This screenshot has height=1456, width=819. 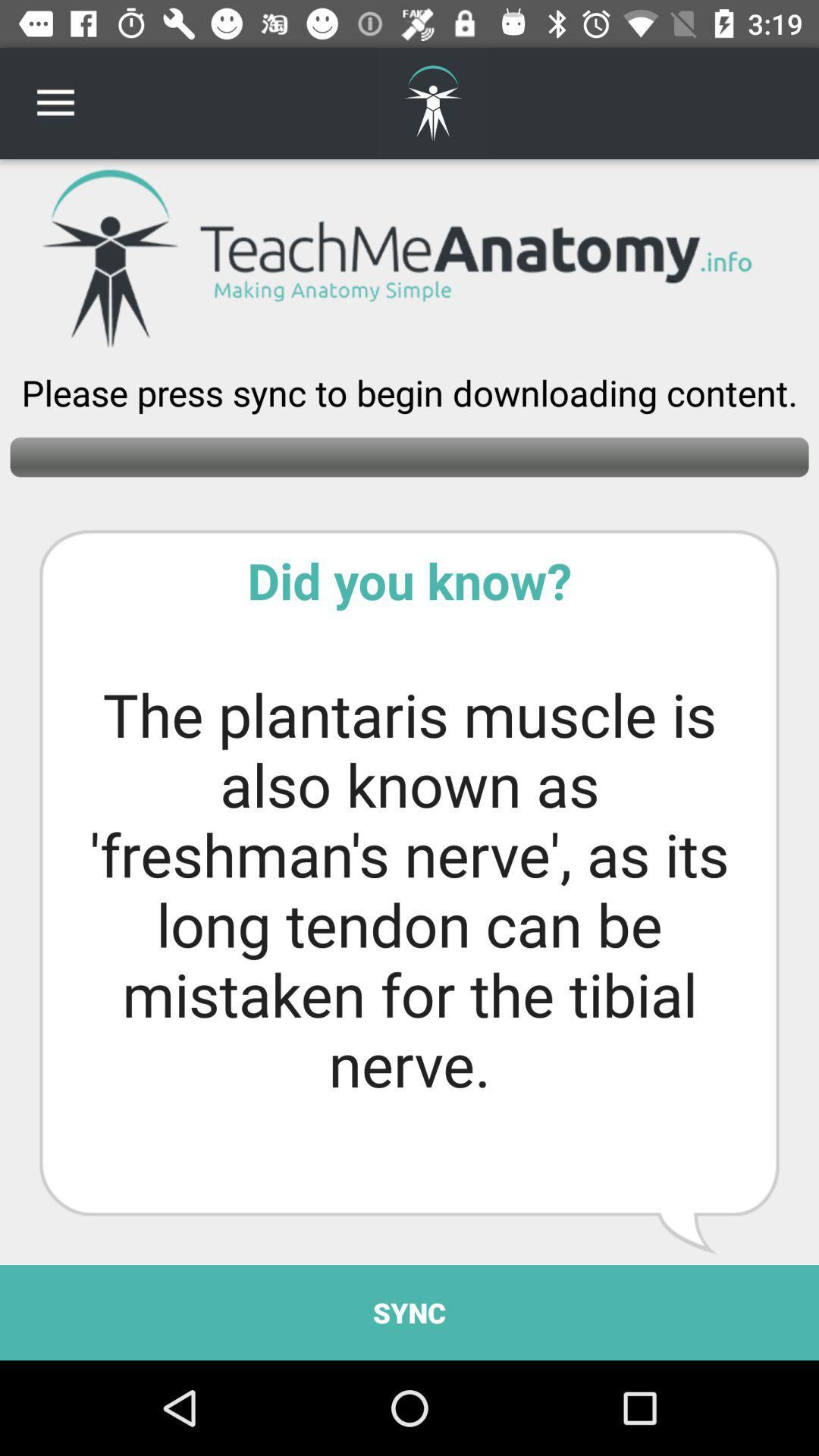 What do you see at coordinates (55, 102) in the screenshot?
I see `item at the top left corner` at bounding box center [55, 102].